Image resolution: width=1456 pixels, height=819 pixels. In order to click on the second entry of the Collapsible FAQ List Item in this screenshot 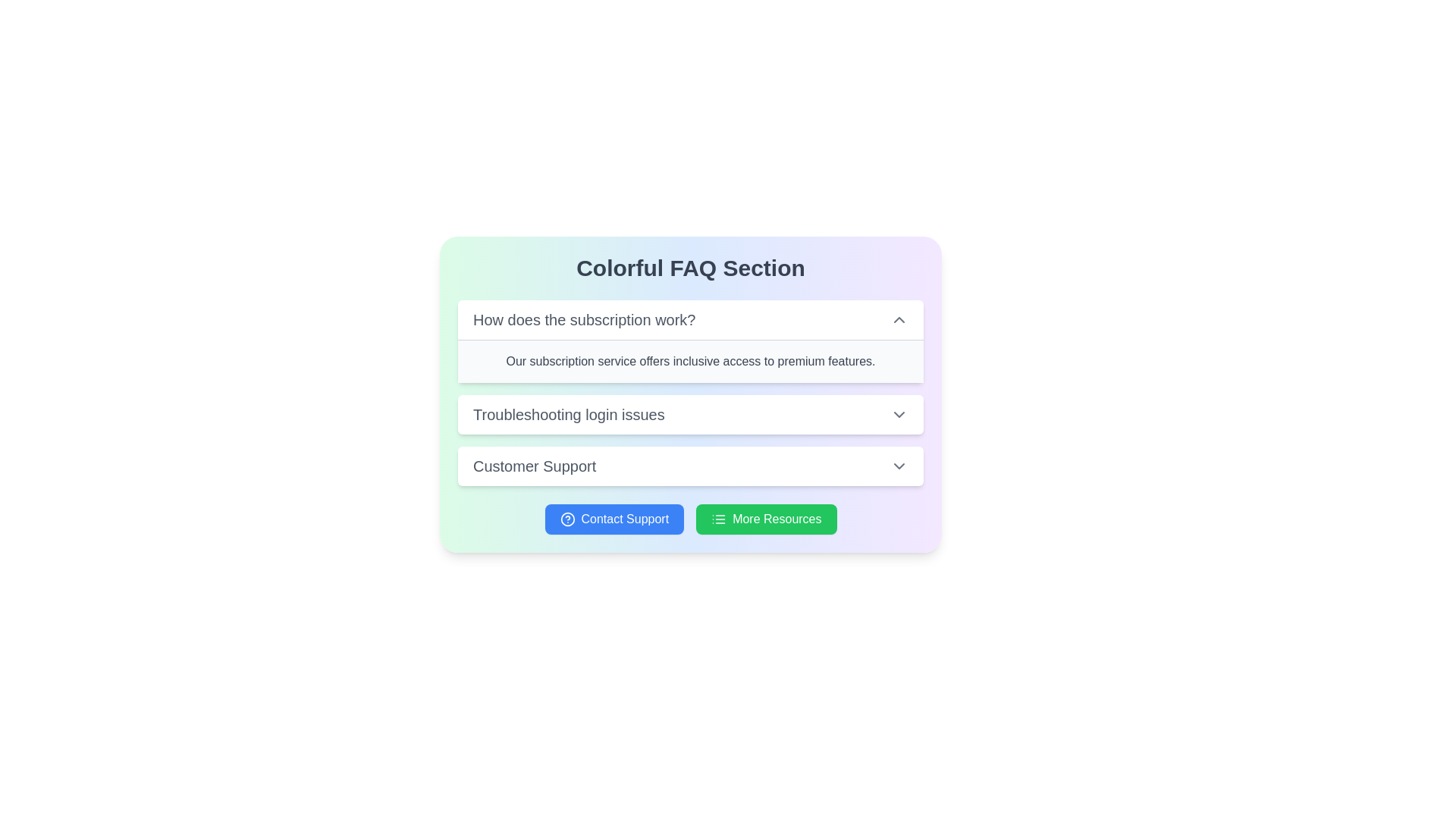, I will do `click(690, 415)`.